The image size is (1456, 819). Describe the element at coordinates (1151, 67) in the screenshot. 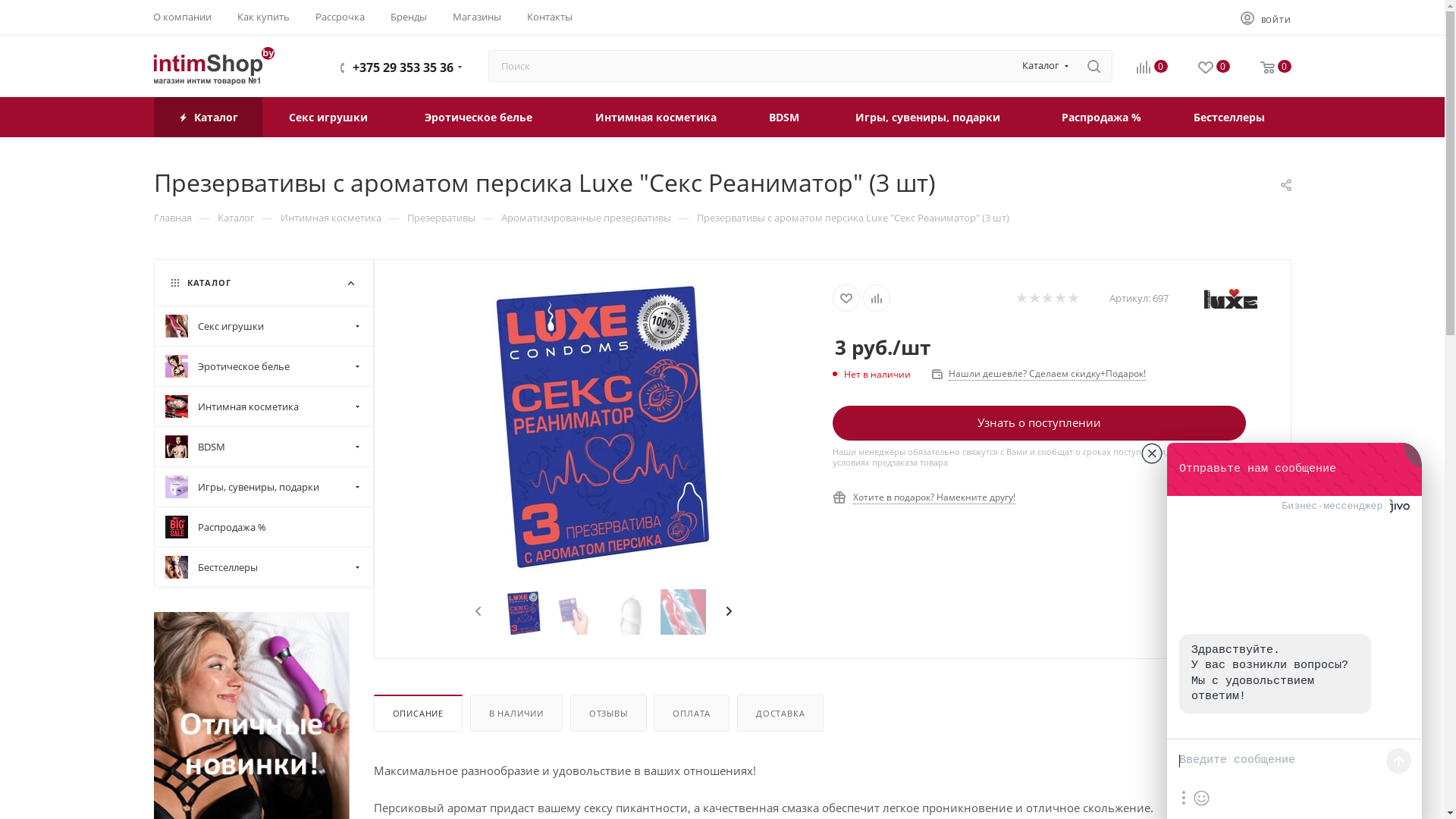

I see `'0'` at that location.